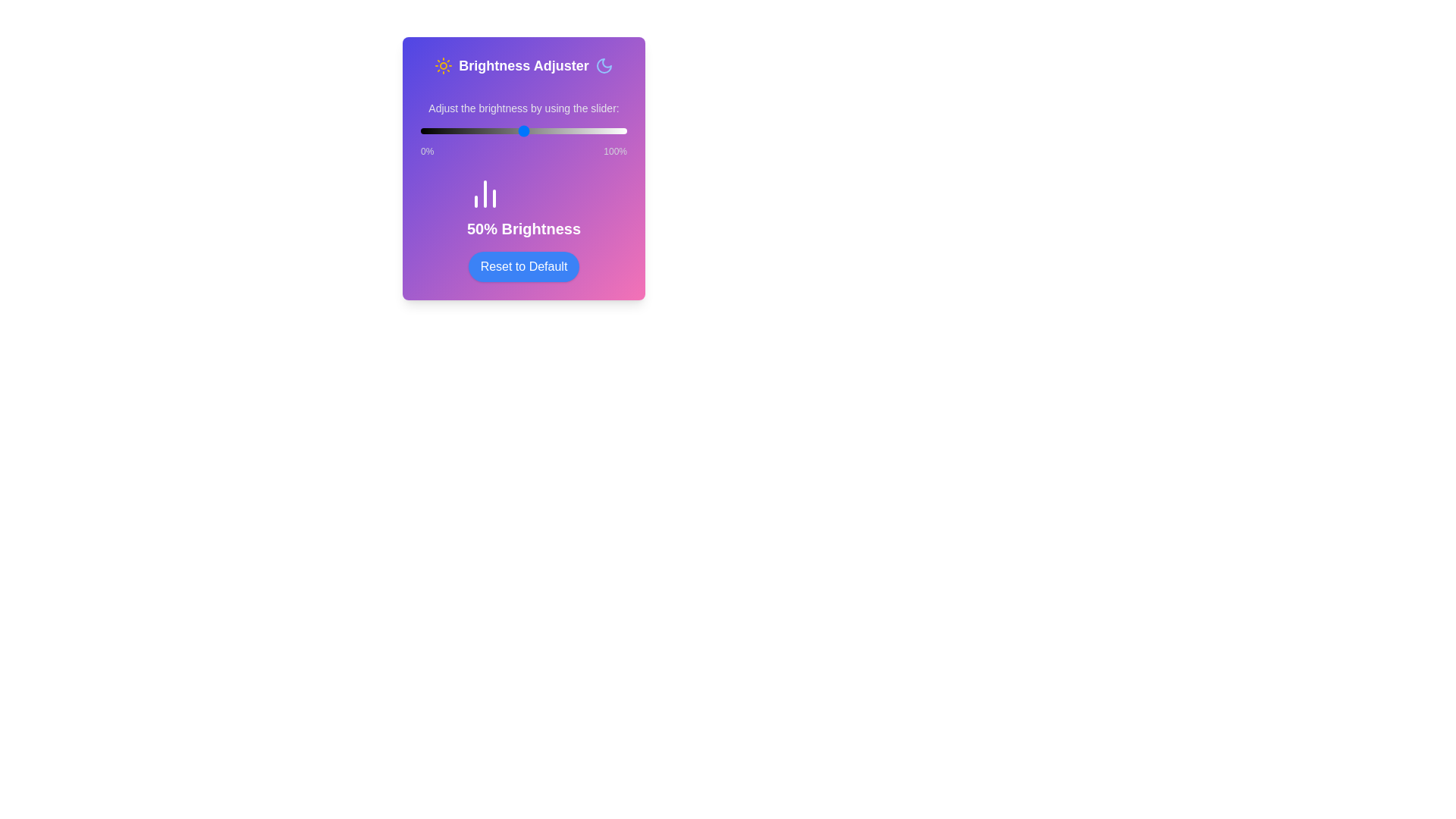 The width and height of the screenshot is (1456, 819). Describe the element at coordinates (612, 130) in the screenshot. I see `the brightness to 93% by moving the slider` at that location.